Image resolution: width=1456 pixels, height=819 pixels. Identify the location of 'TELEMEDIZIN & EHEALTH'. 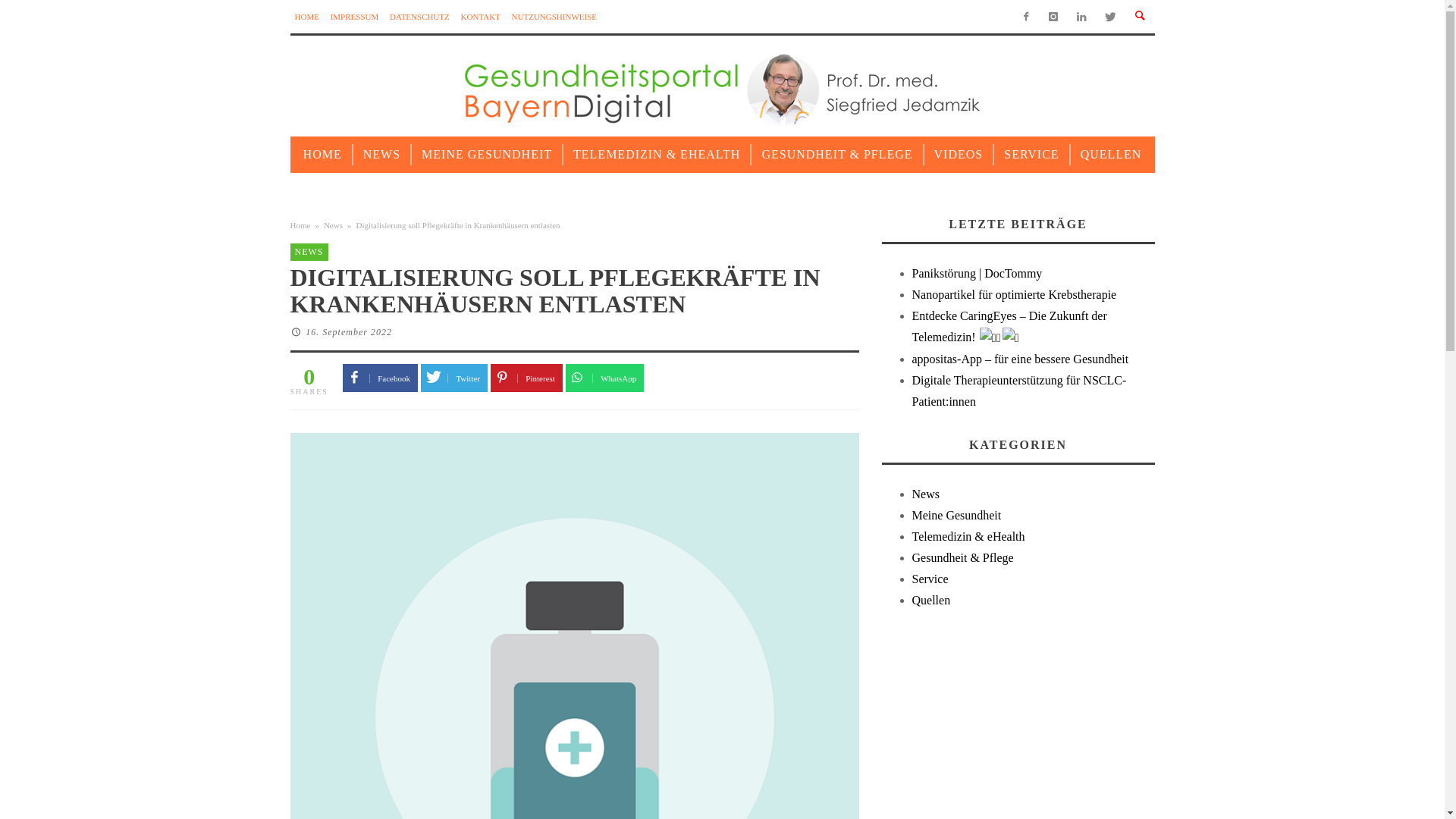
(656, 155).